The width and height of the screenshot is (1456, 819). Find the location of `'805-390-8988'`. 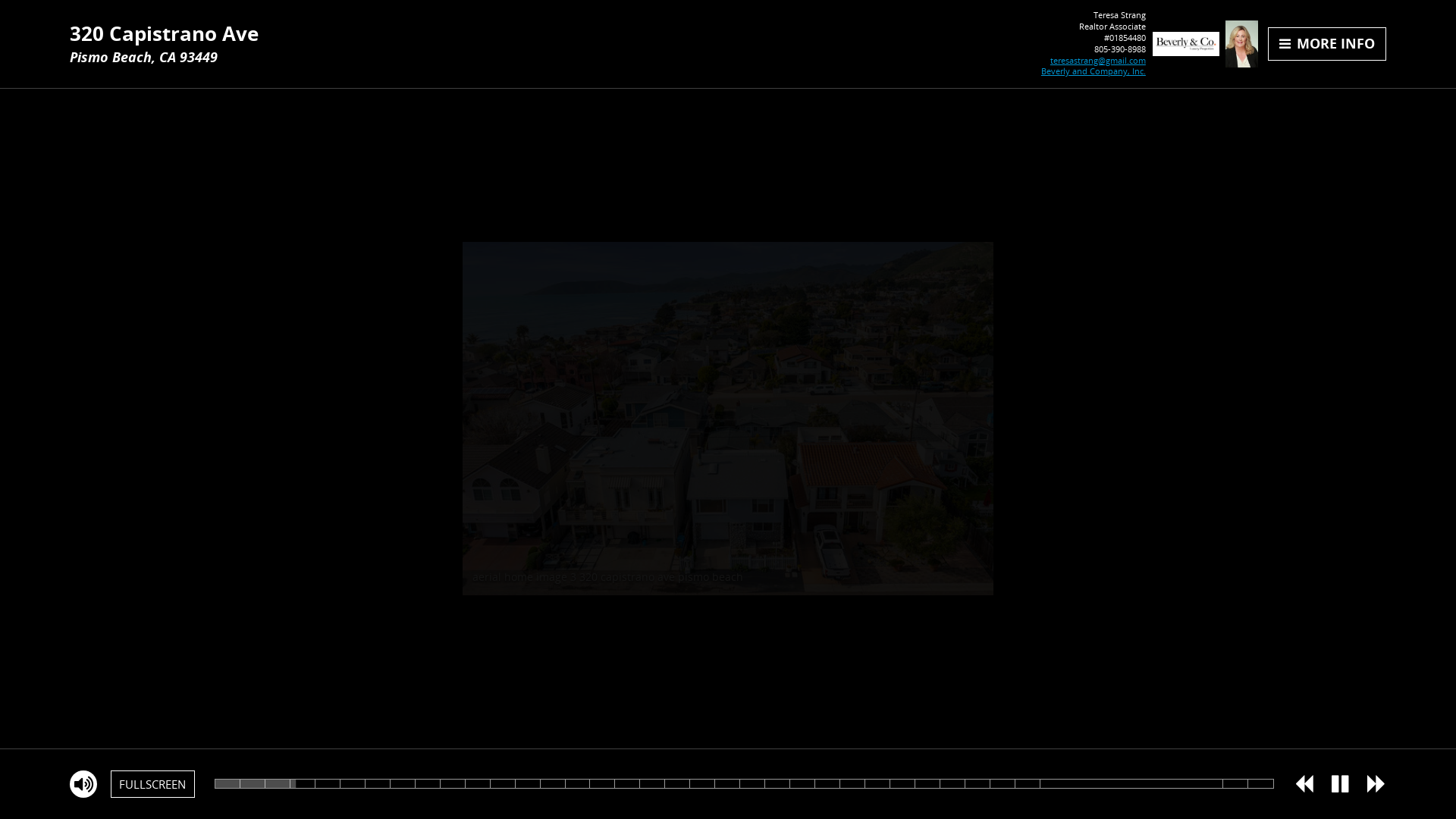

'805-390-8988' is located at coordinates (1120, 48).